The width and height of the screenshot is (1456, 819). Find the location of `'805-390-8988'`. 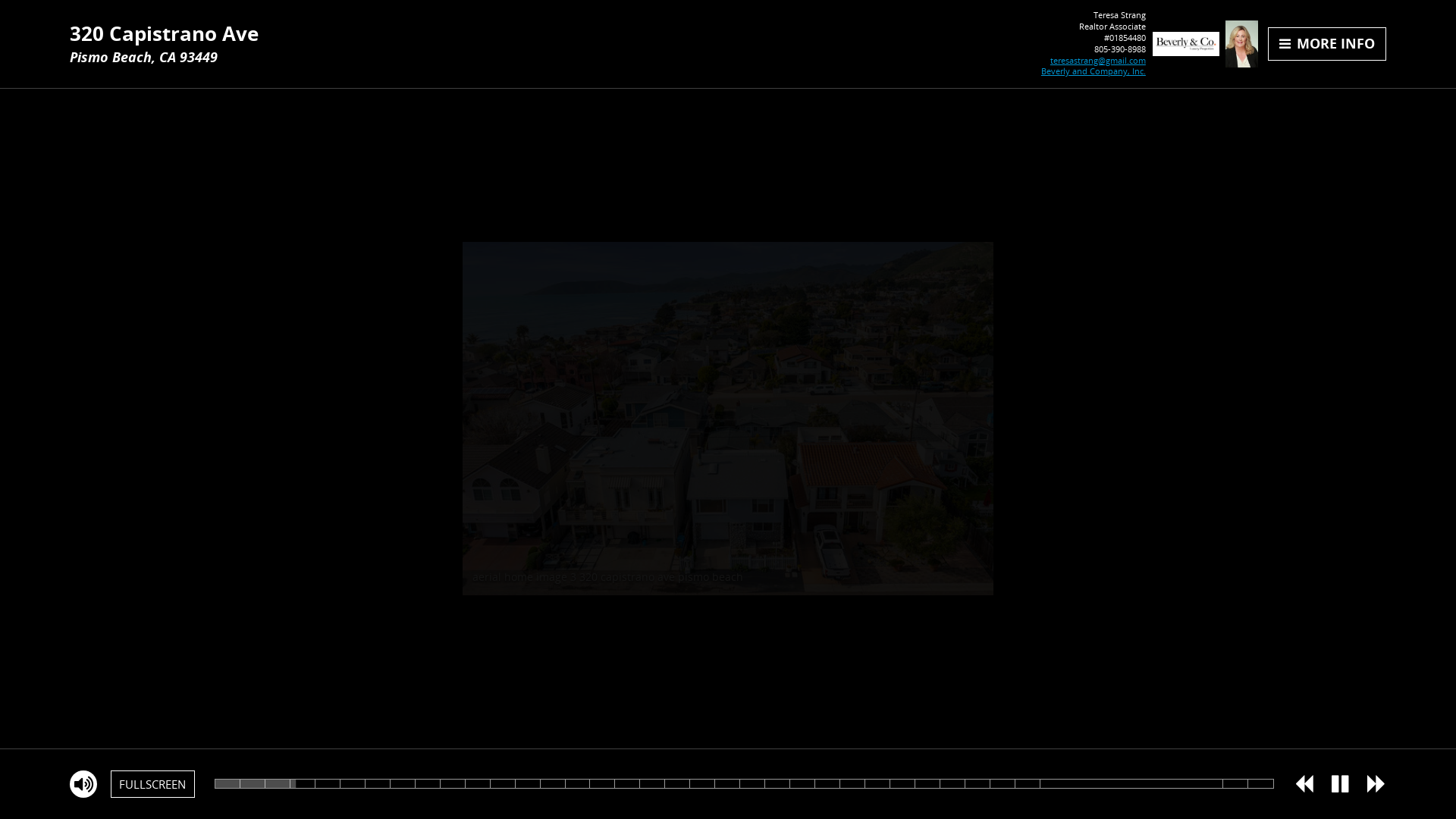

'805-390-8988' is located at coordinates (1120, 48).